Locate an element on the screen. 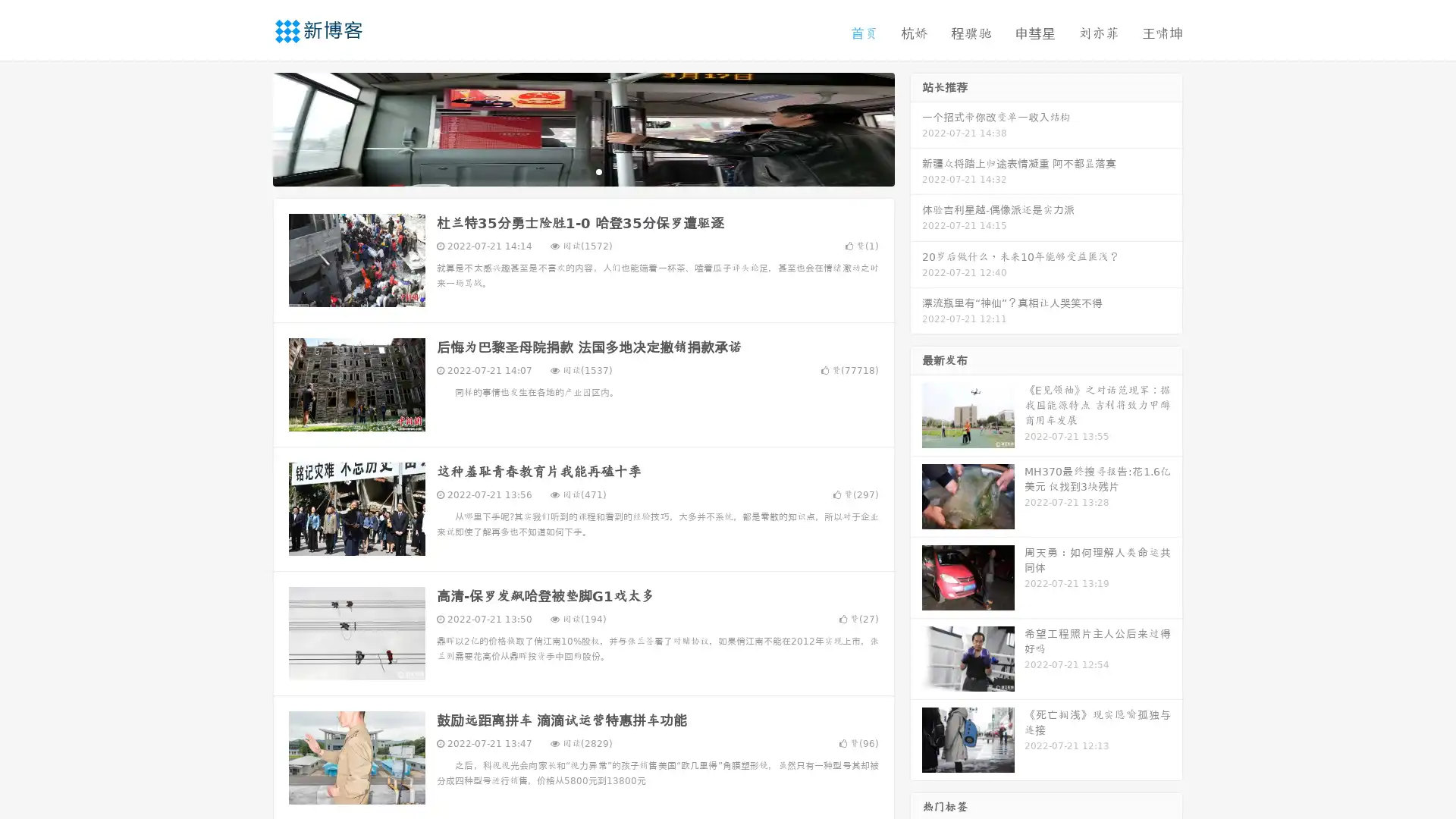 This screenshot has width=1456, height=819. Next slide is located at coordinates (916, 127).